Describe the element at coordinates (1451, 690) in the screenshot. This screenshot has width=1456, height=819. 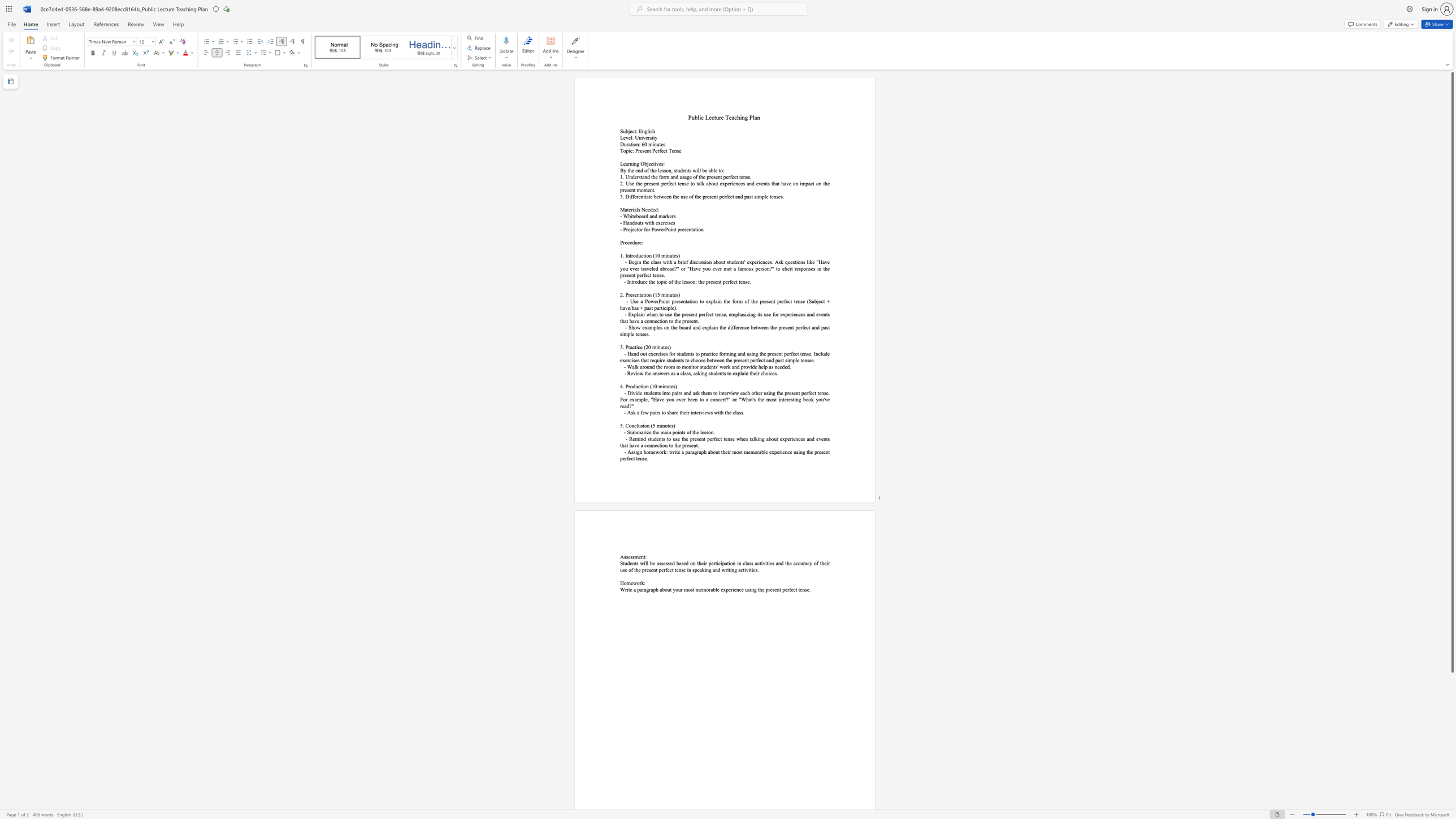
I see `the right-hand scrollbar to descend the page` at that location.